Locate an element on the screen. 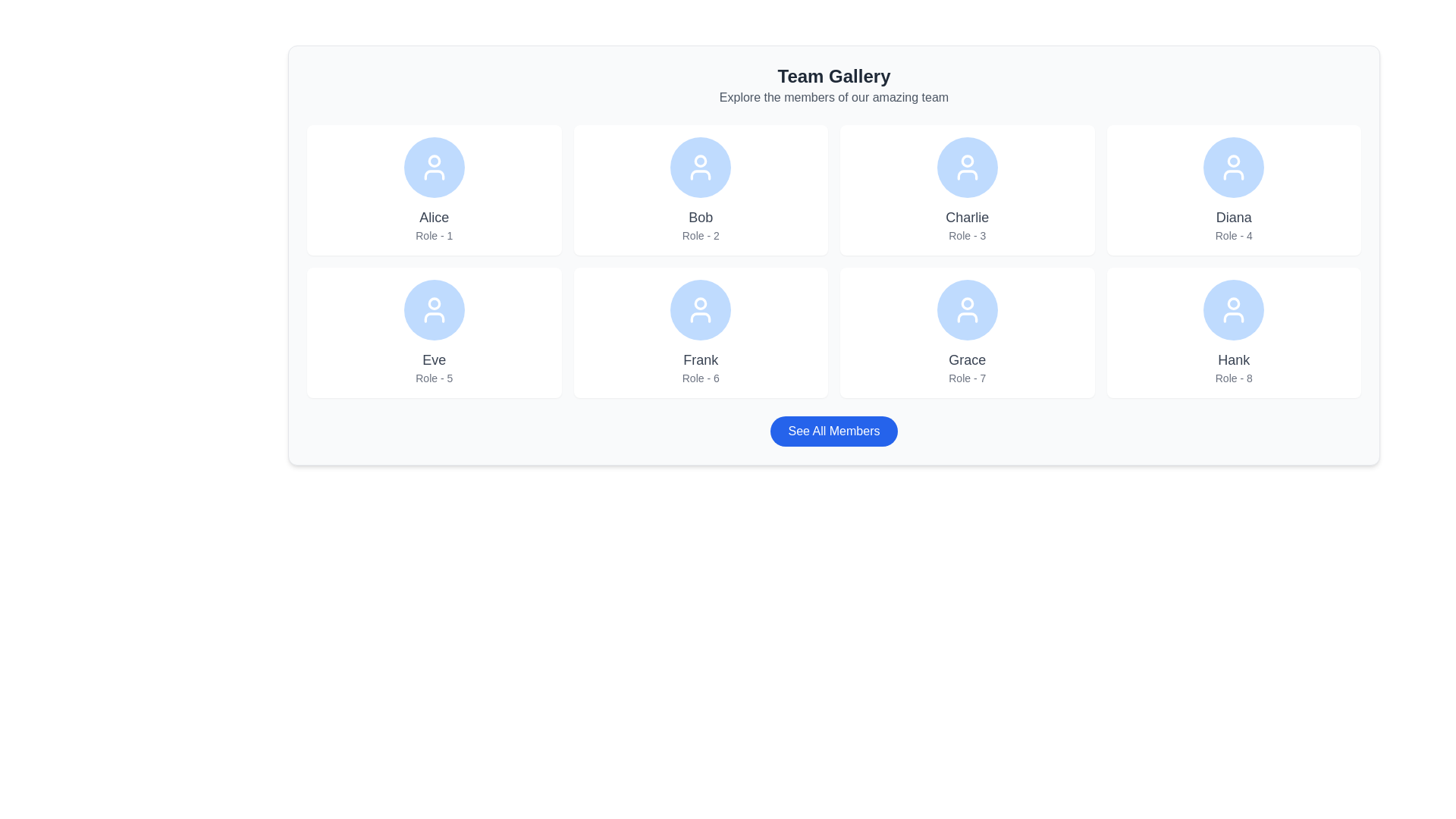 The height and width of the screenshot is (819, 1456). the text label reading 'Role - 6', which is styled in gray and positioned below the name 'Frank' in the card belonging to him is located at coordinates (700, 377).